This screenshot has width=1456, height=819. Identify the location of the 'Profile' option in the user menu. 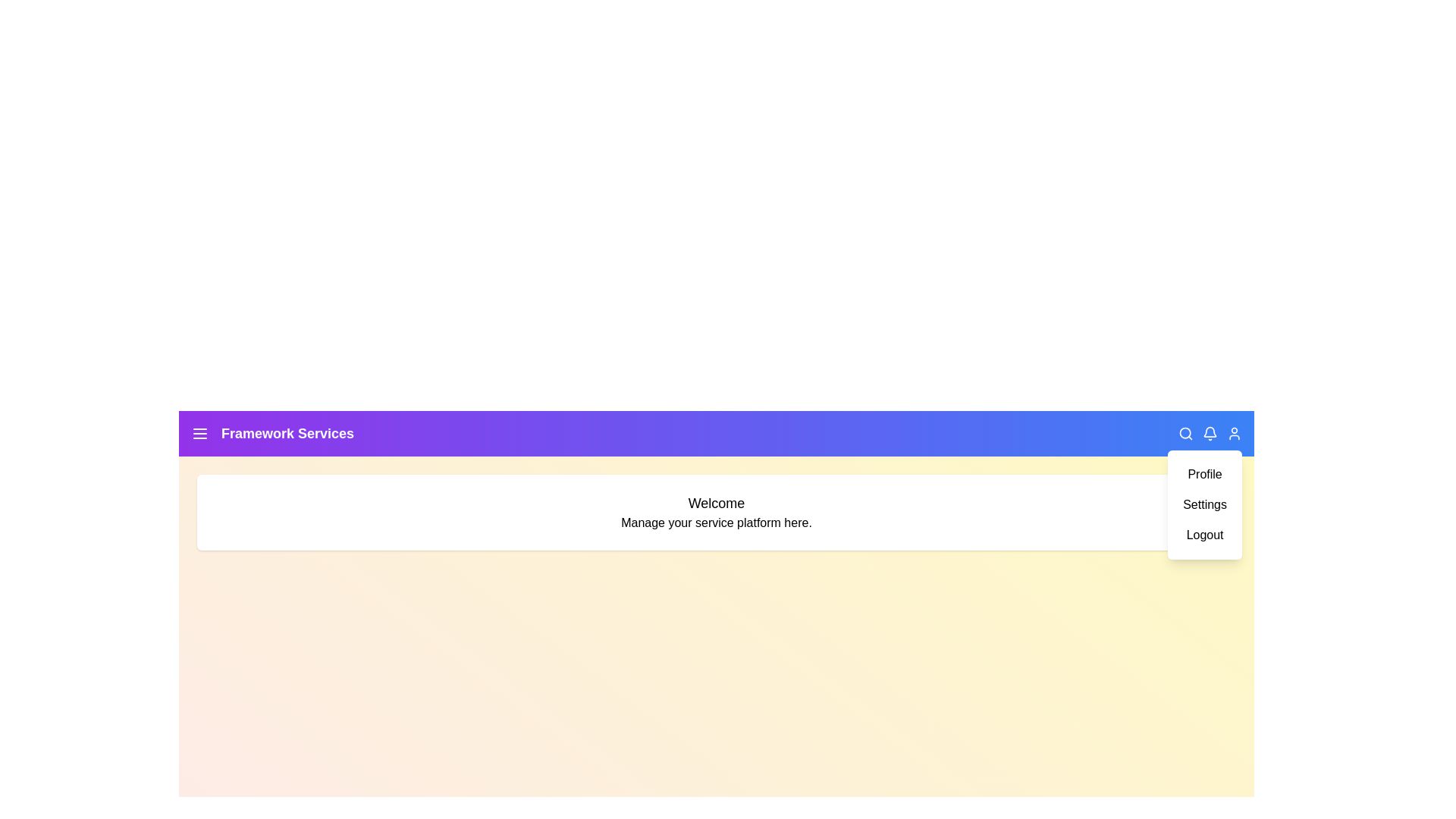
(1203, 473).